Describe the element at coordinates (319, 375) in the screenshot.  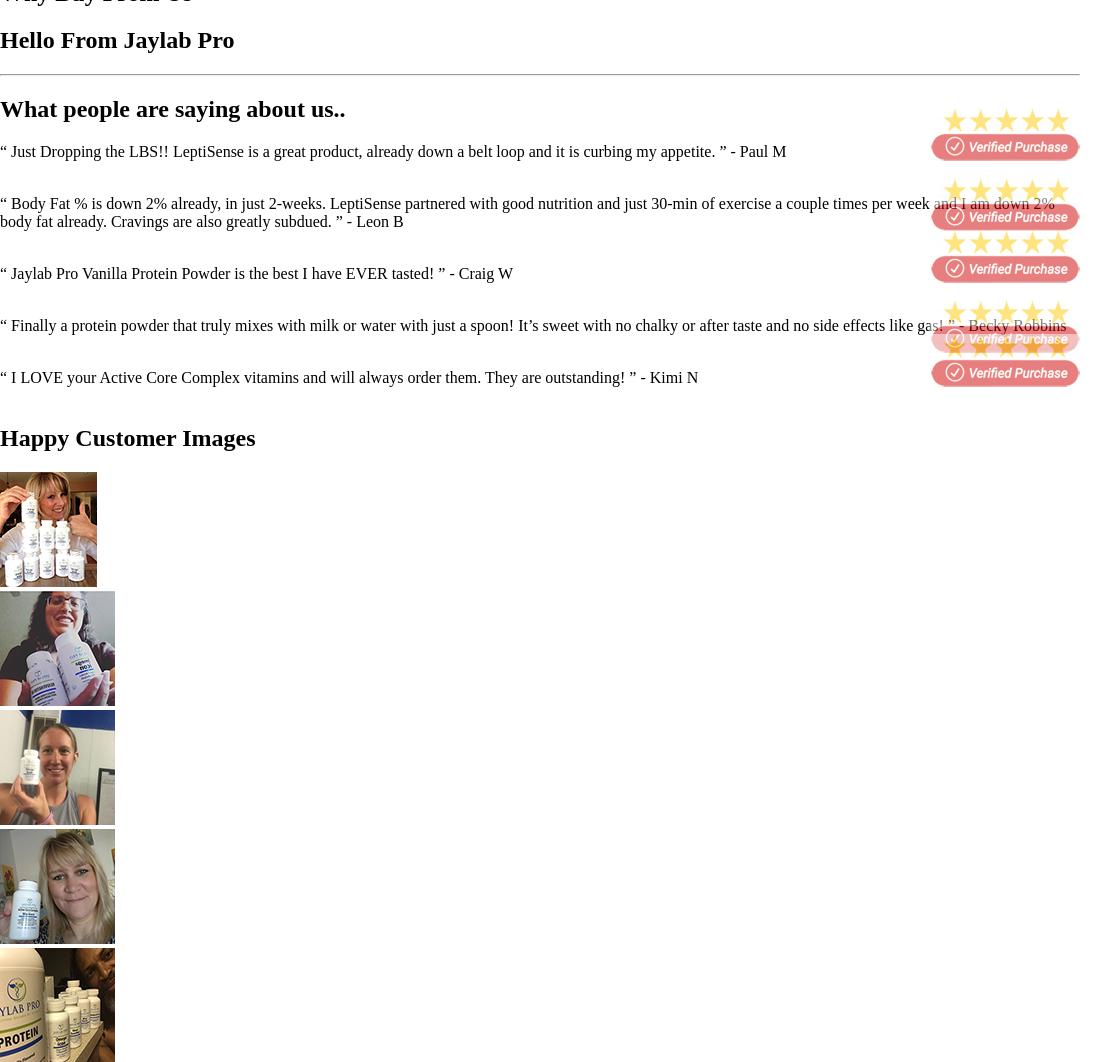
I see `'“ I LOVE your Active Core Complex vitamins and will always order them.  They are outstanding! ”'` at that location.